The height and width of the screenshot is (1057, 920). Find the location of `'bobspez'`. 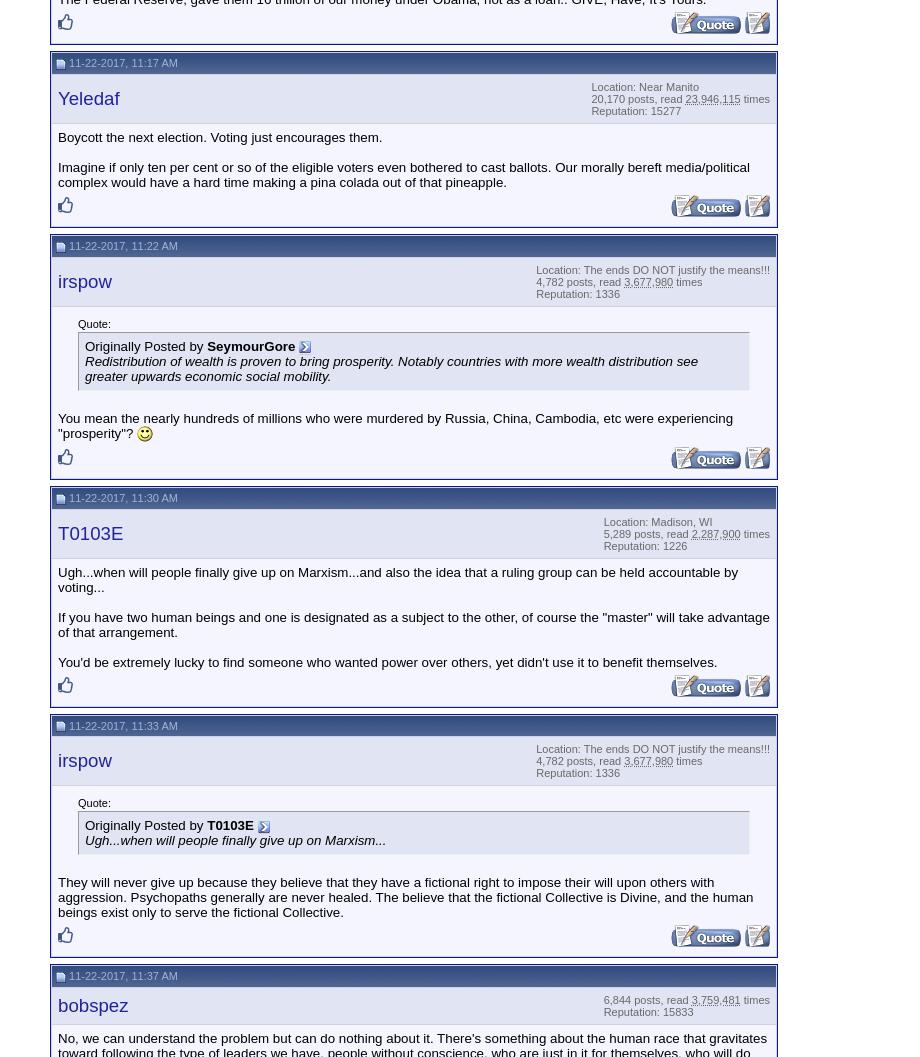

'bobspez' is located at coordinates (93, 1003).